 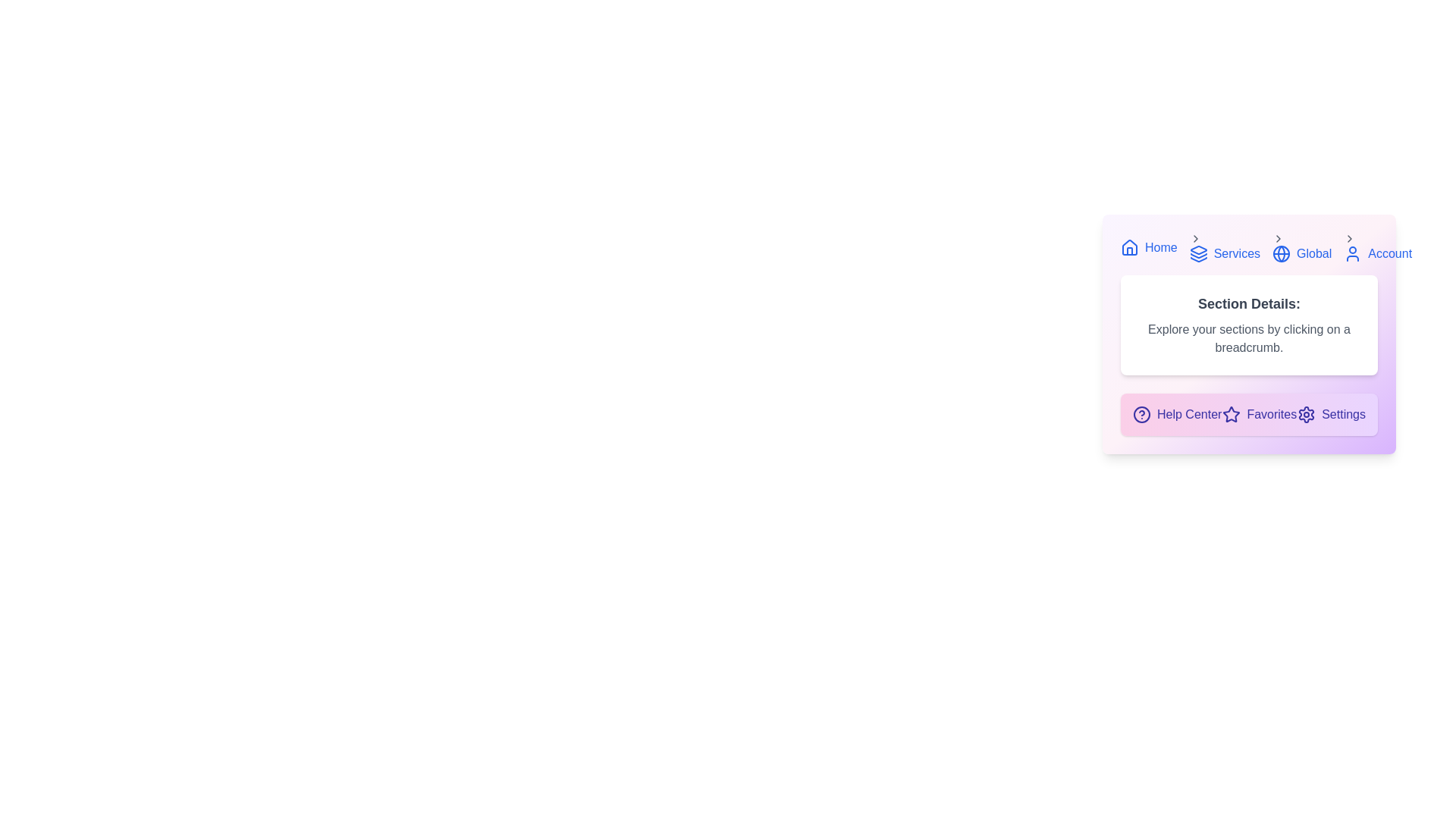 What do you see at coordinates (1129, 247) in the screenshot?
I see `the blue SVG house icon located at the top left of the breadcrumb navigation bar, next to the 'Home' text` at bounding box center [1129, 247].